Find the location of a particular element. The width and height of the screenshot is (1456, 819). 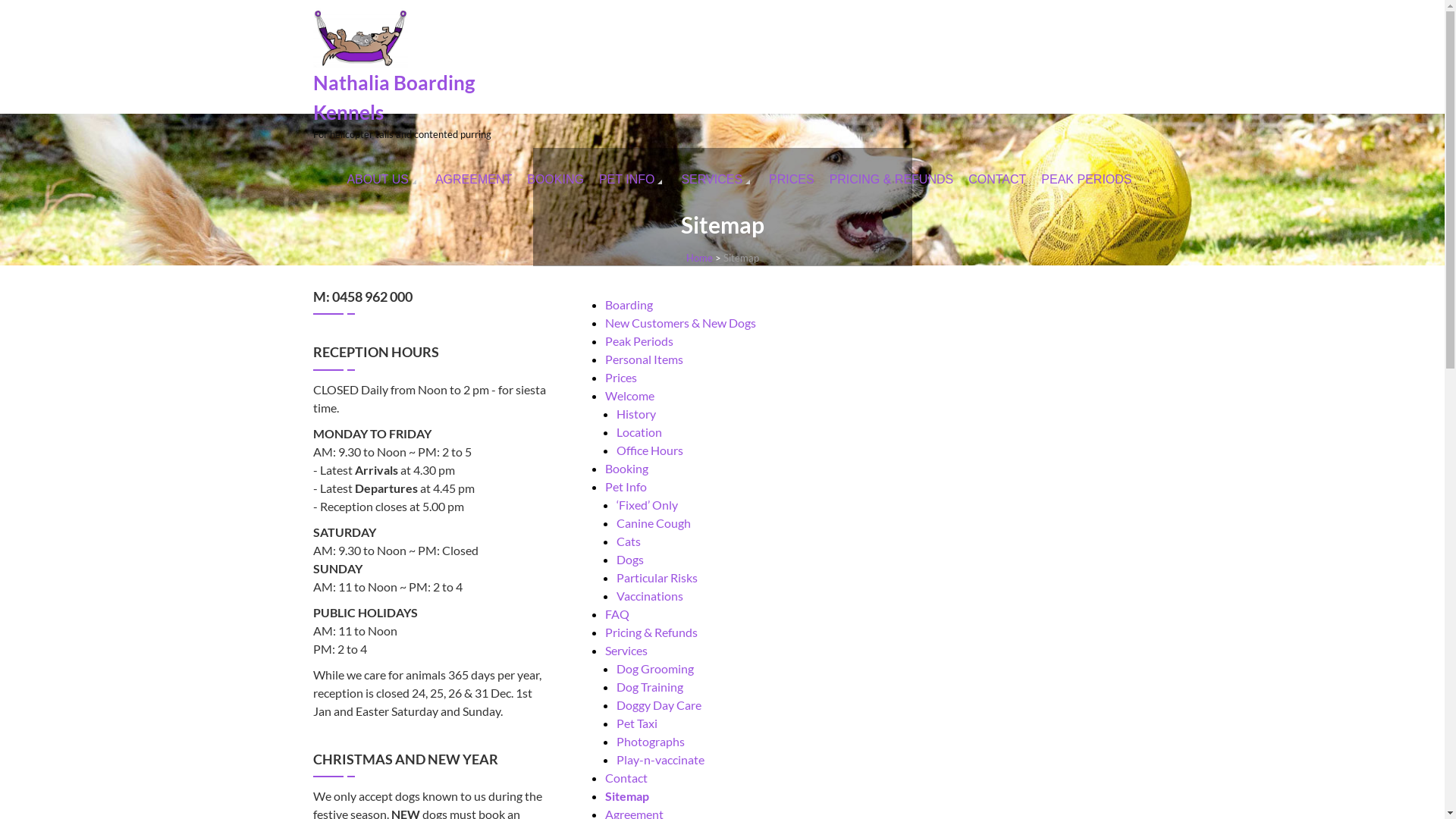

'New Customers & New Dogs' is located at coordinates (679, 322).